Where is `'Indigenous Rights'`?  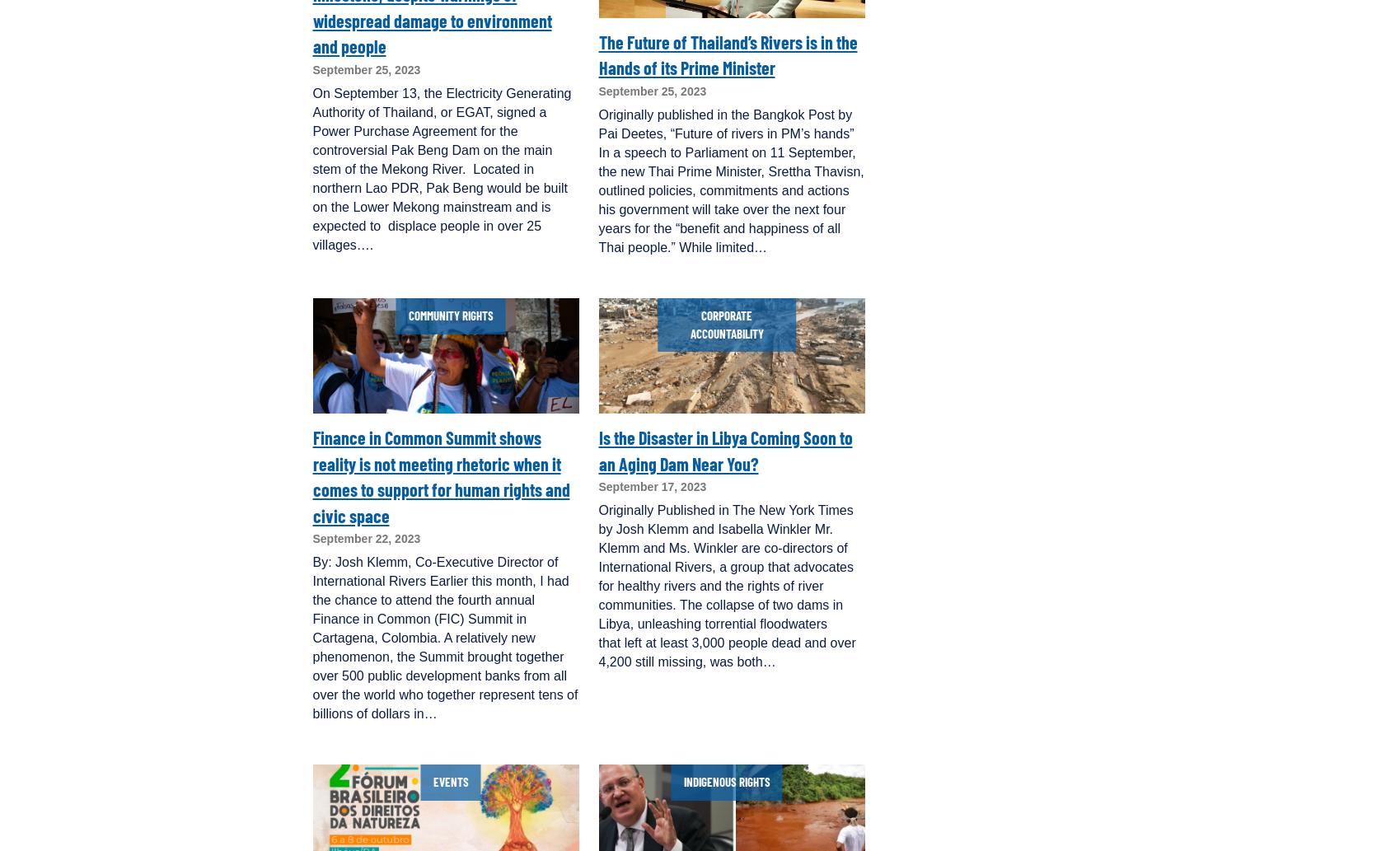 'Indigenous Rights' is located at coordinates (725, 781).